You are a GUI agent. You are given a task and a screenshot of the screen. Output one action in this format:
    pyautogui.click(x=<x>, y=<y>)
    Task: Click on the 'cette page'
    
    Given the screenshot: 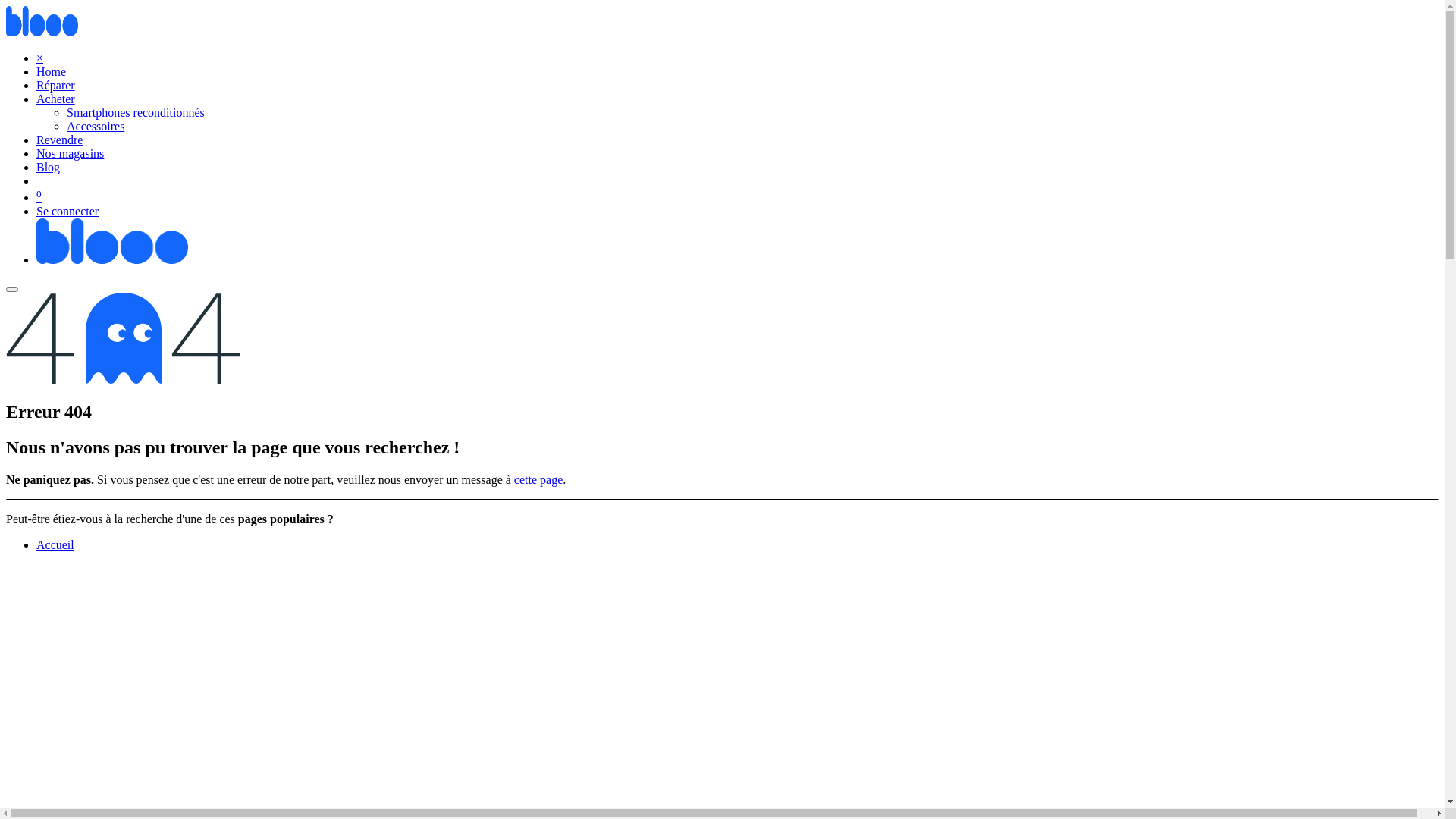 What is the action you would take?
    pyautogui.click(x=513, y=479)
    